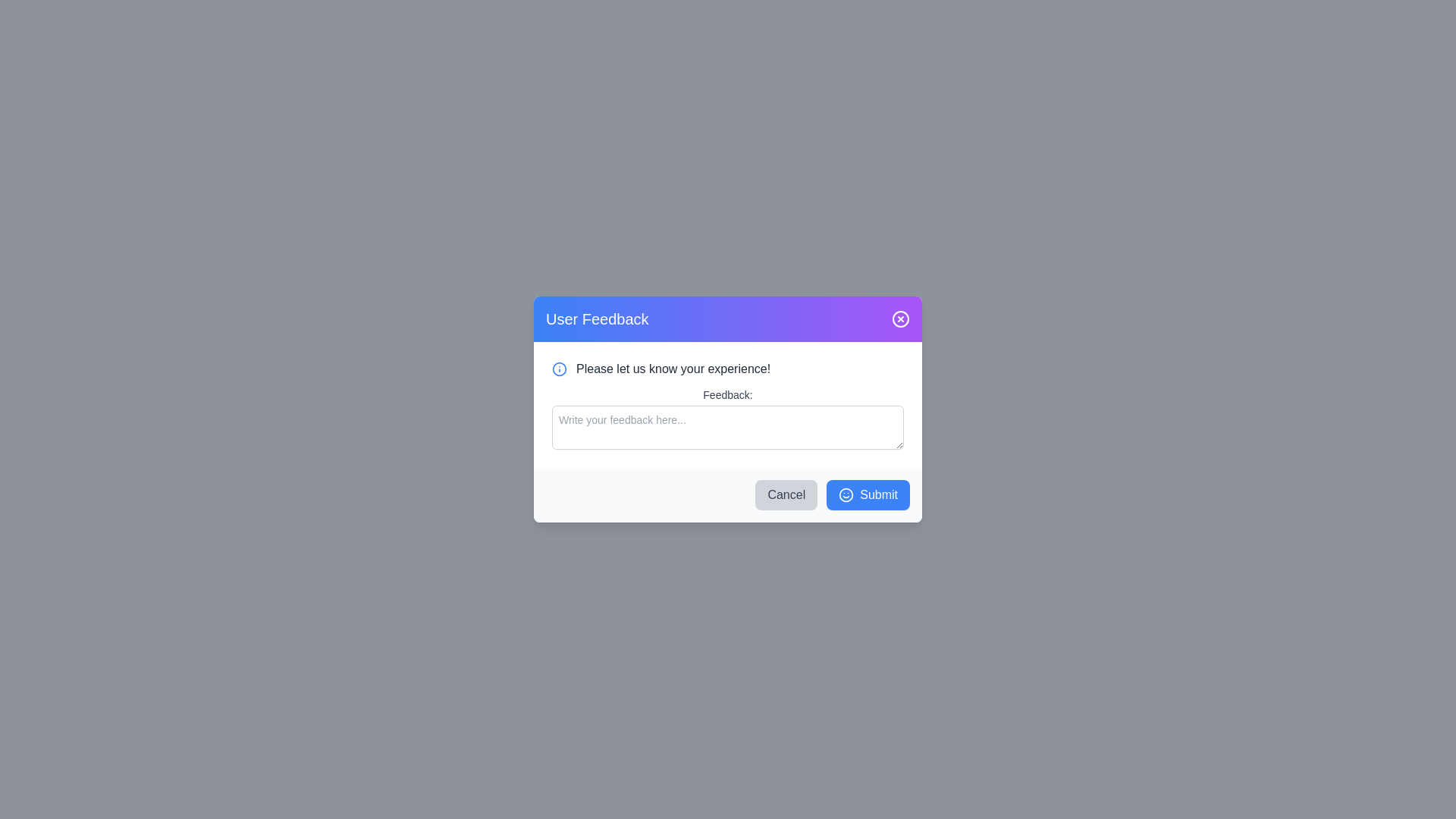  I want to click on the graphical design of the decorative icon positioned to the left of the 'Submit' button text, so click(846, 494).